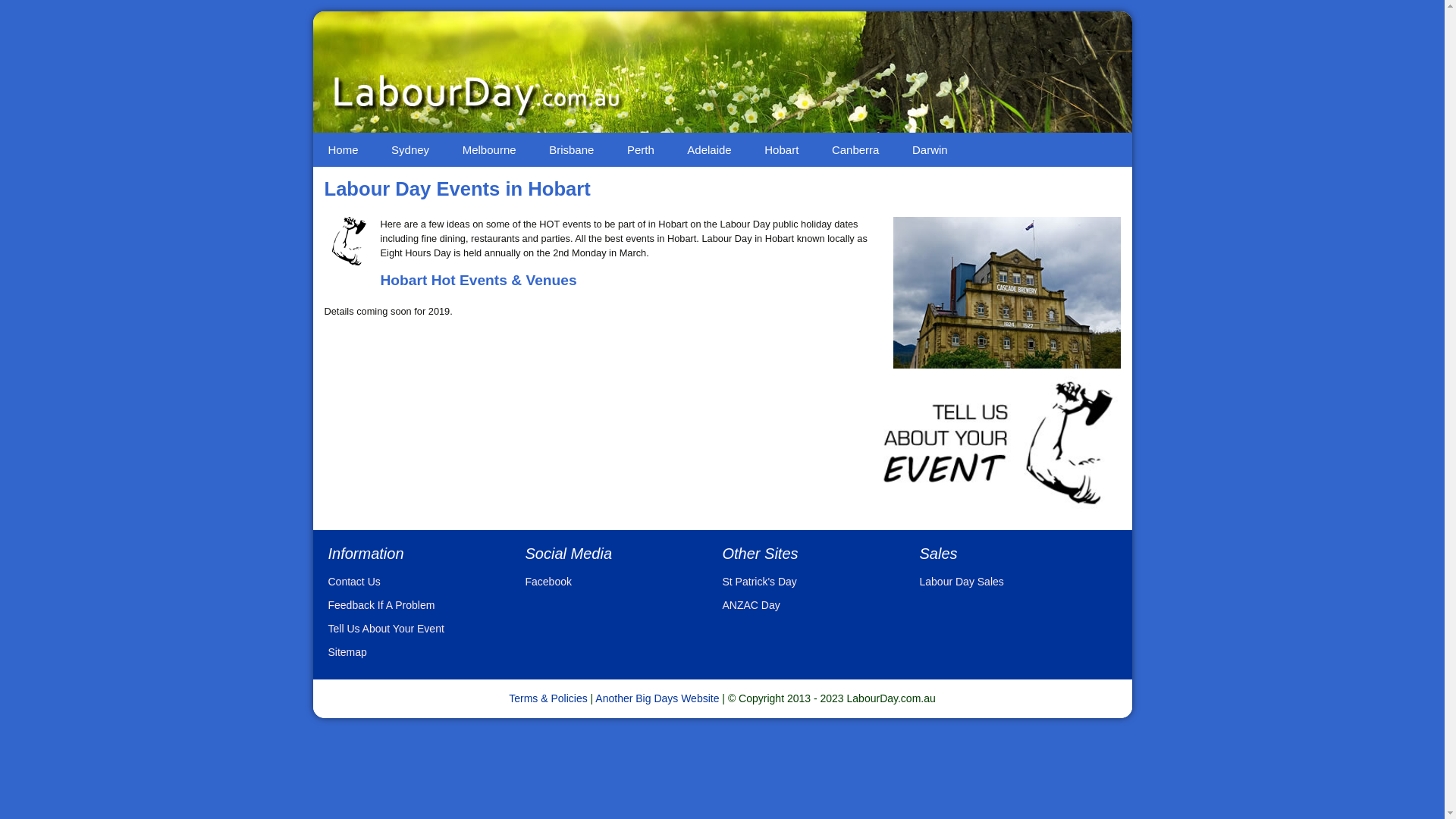 The height and width of the screenshot is (819, 1456). Describe the element at coordinates (547, 698) in the screenshot. I see `'Terms & Policies'` at that location.